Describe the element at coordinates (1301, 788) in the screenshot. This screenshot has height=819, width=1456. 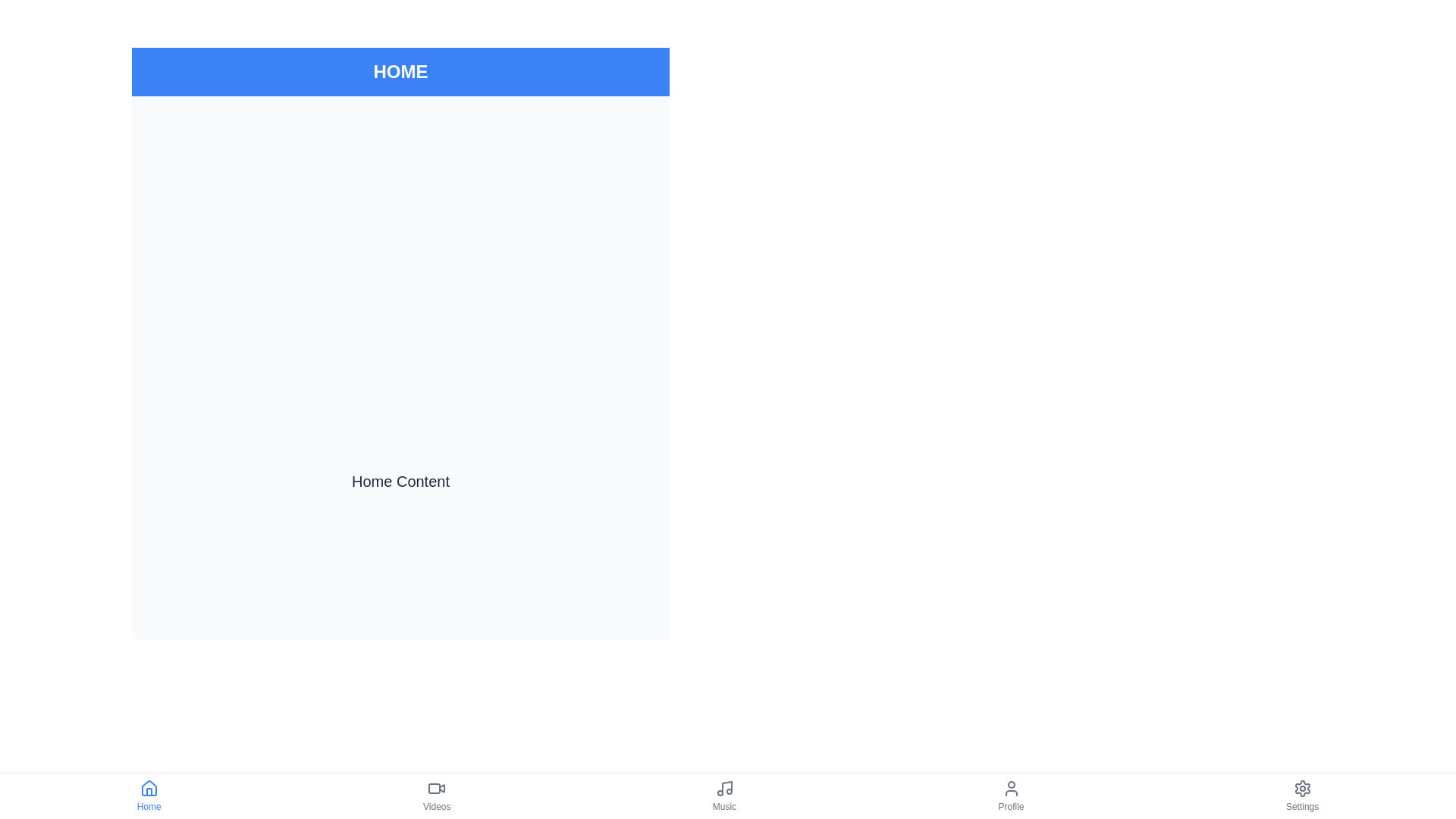
I see `the settings gear icon located in the bottom navigation bar` at that location.